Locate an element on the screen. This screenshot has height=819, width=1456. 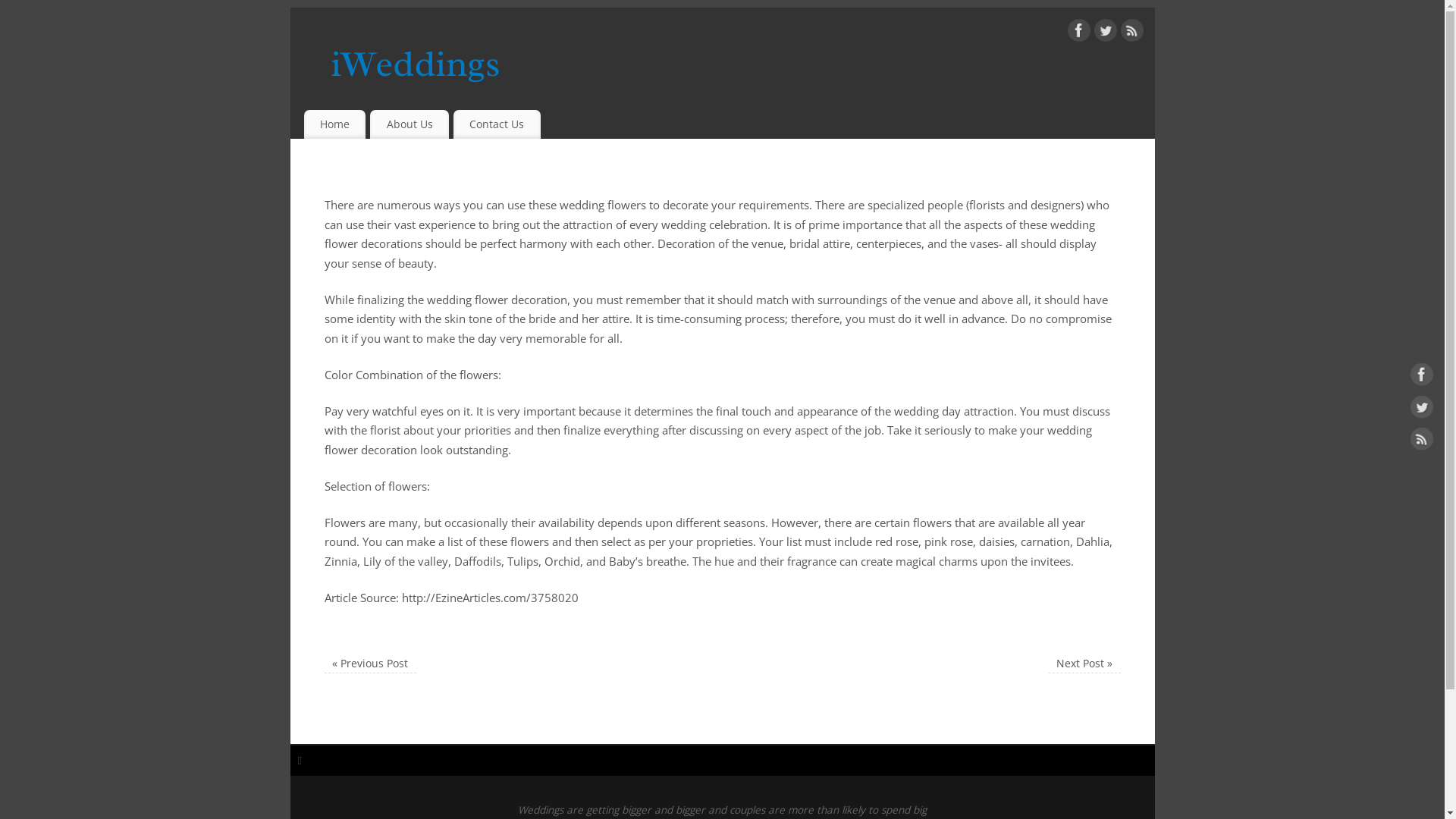
'Facebook' is located at coordinates (1078, 33).